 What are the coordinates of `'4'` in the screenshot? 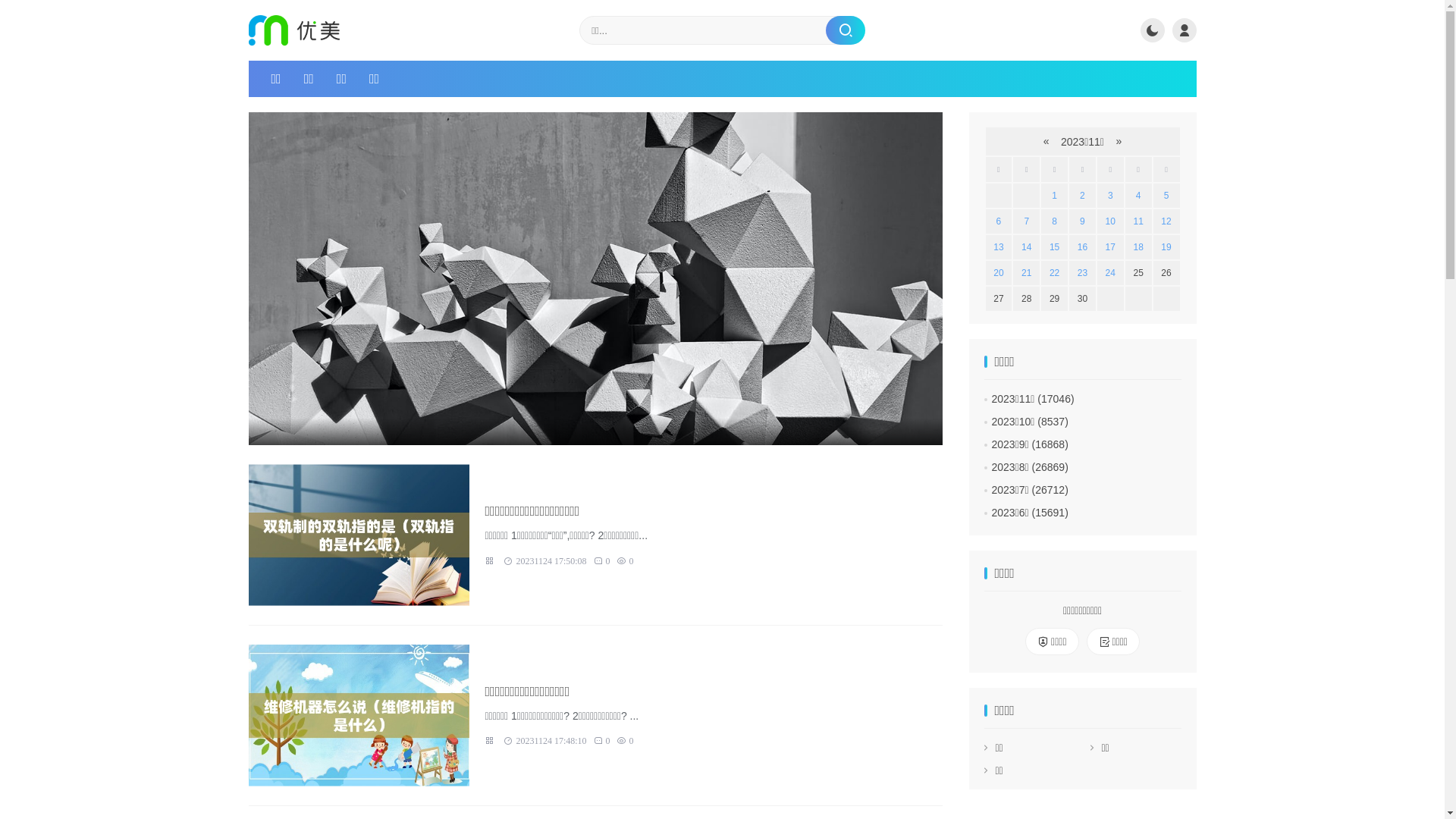 It's located at (1138, 195).